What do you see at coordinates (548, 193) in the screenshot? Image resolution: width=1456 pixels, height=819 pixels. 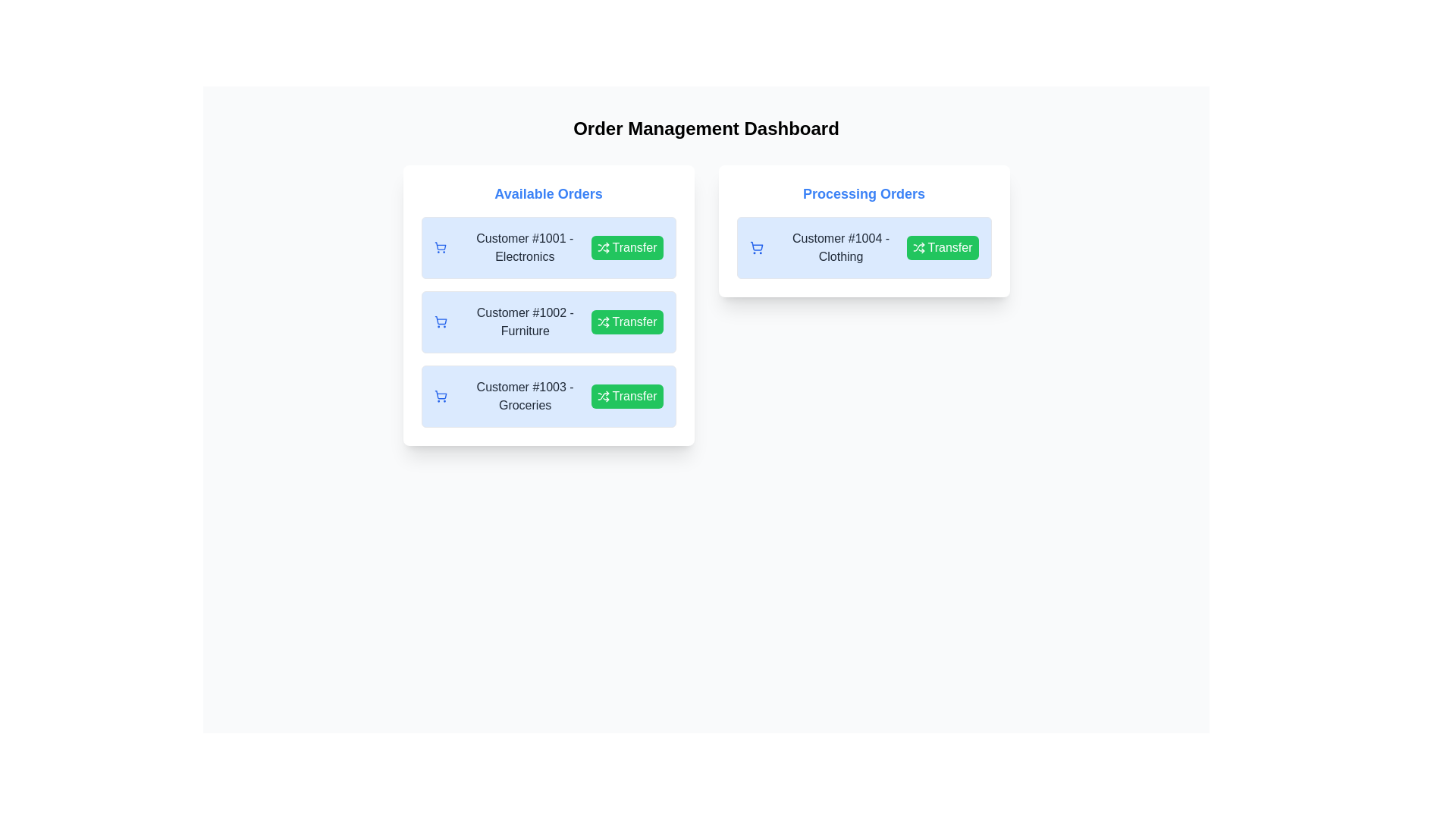 I see `the text label that serves as a title for the section containing available orders, located at the top of a card component on the left side of the application interface` at bounding box center [548, 193].